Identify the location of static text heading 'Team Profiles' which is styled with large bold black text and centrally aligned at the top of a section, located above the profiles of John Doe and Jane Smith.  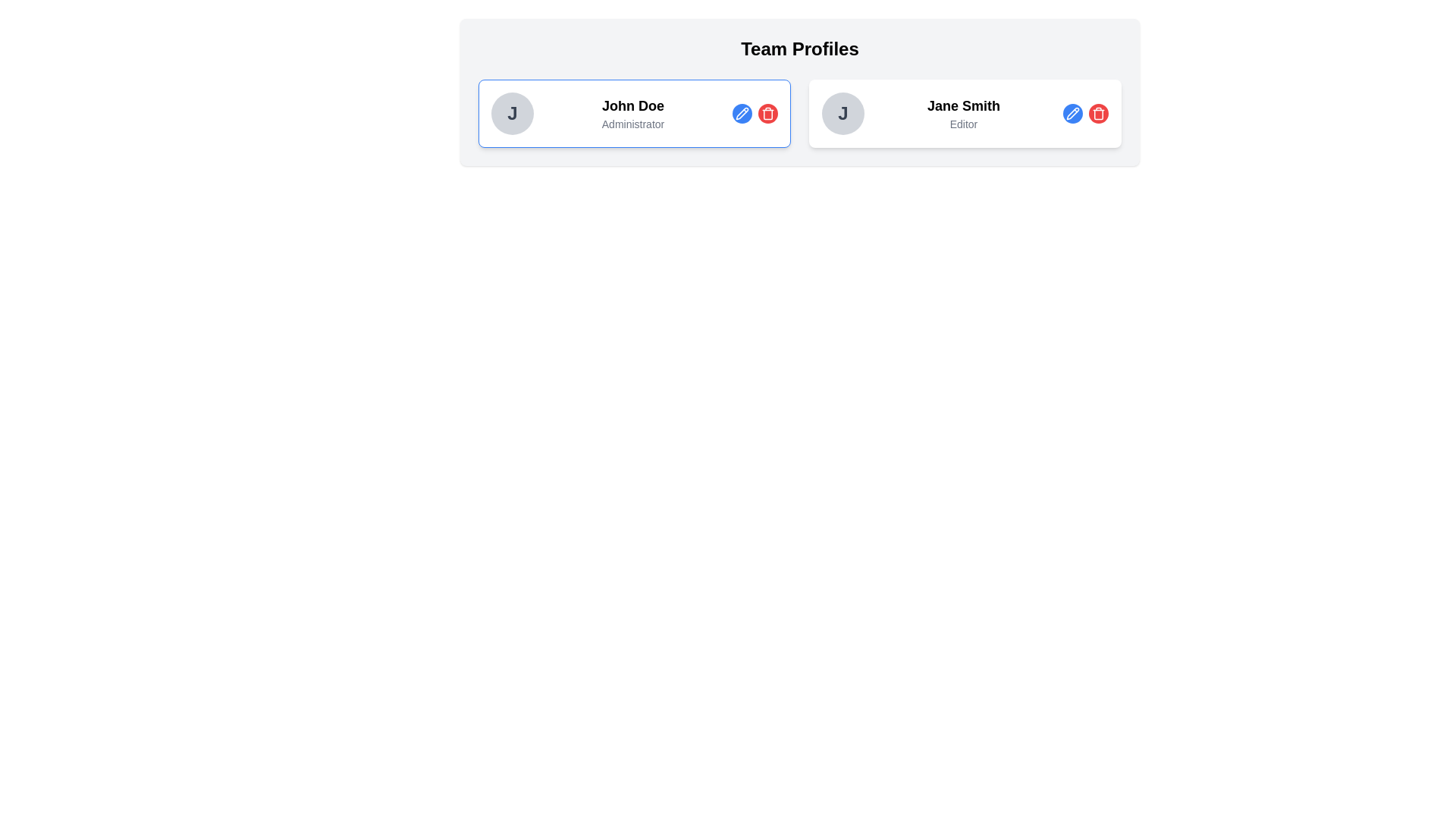
(799, 49).